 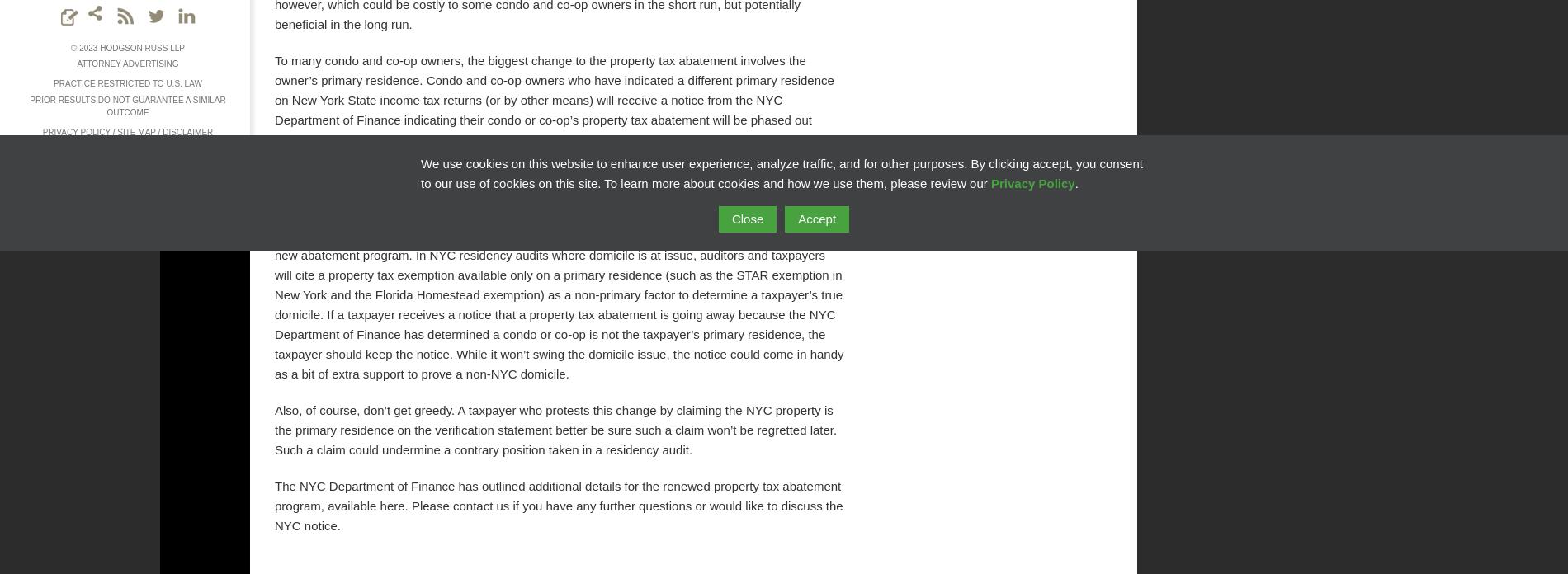 I want to click on 'Site Map', so click(x=135, y=131).